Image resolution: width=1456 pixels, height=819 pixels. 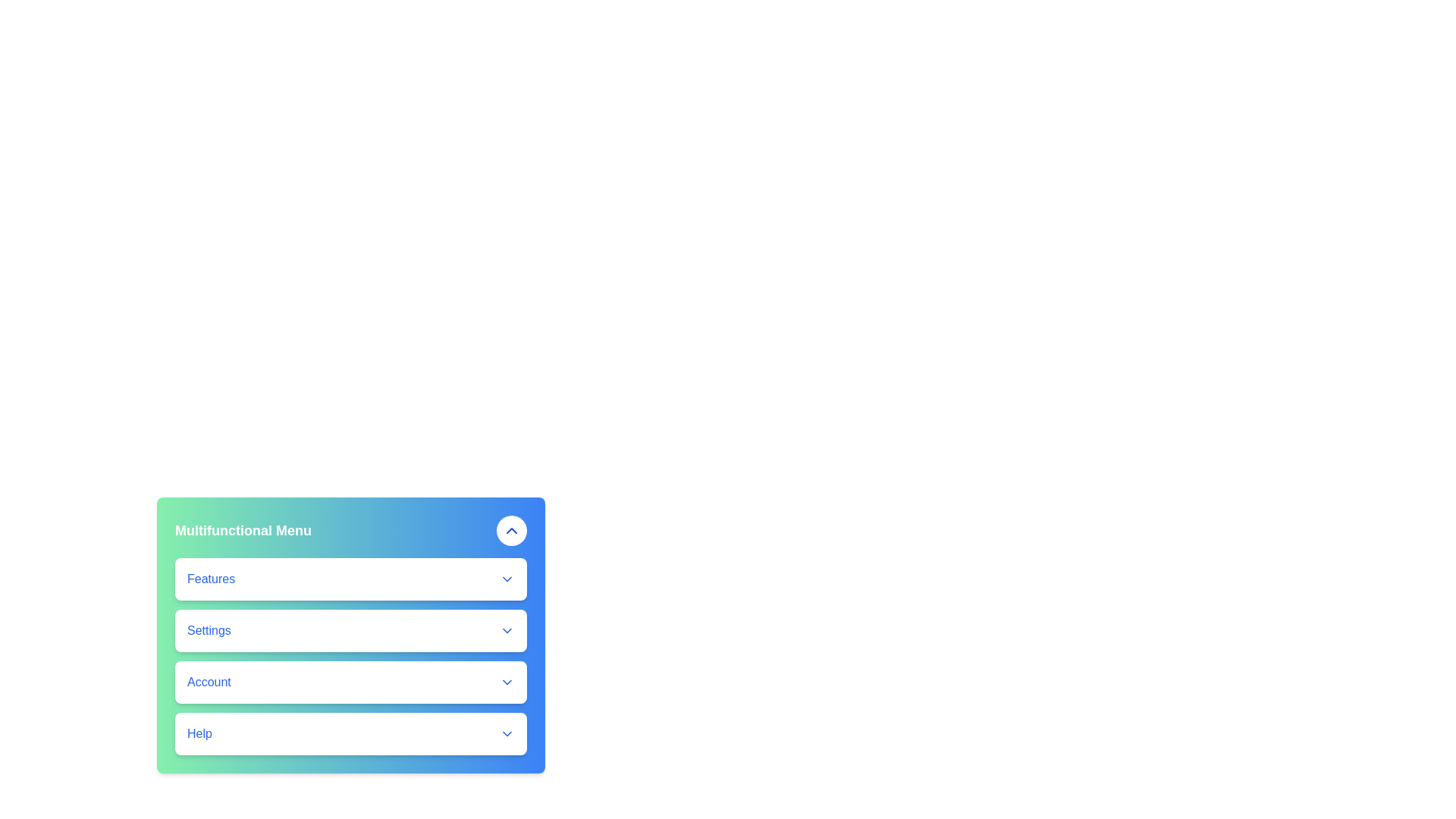 What do you see at coordinates (507, 681) in the screenshot?
I see `the chevron down icon located on the right side of the 'Account' label` at bounding box center [507, 681].